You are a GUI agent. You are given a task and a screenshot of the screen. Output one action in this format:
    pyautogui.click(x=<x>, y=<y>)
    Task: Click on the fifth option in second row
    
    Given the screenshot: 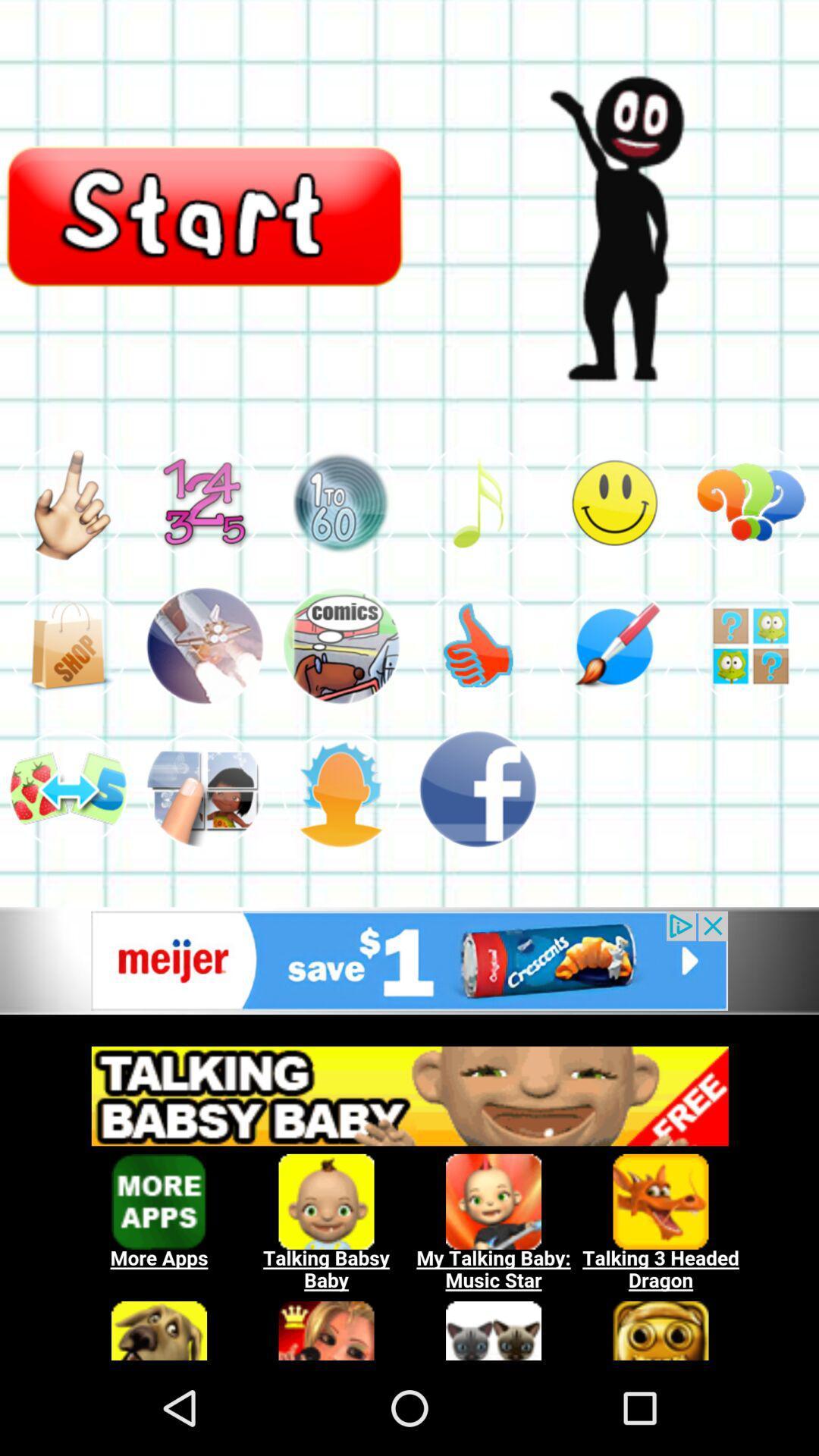 What is the action you would take?
    pyautogui.click(x=614, y=646)
    